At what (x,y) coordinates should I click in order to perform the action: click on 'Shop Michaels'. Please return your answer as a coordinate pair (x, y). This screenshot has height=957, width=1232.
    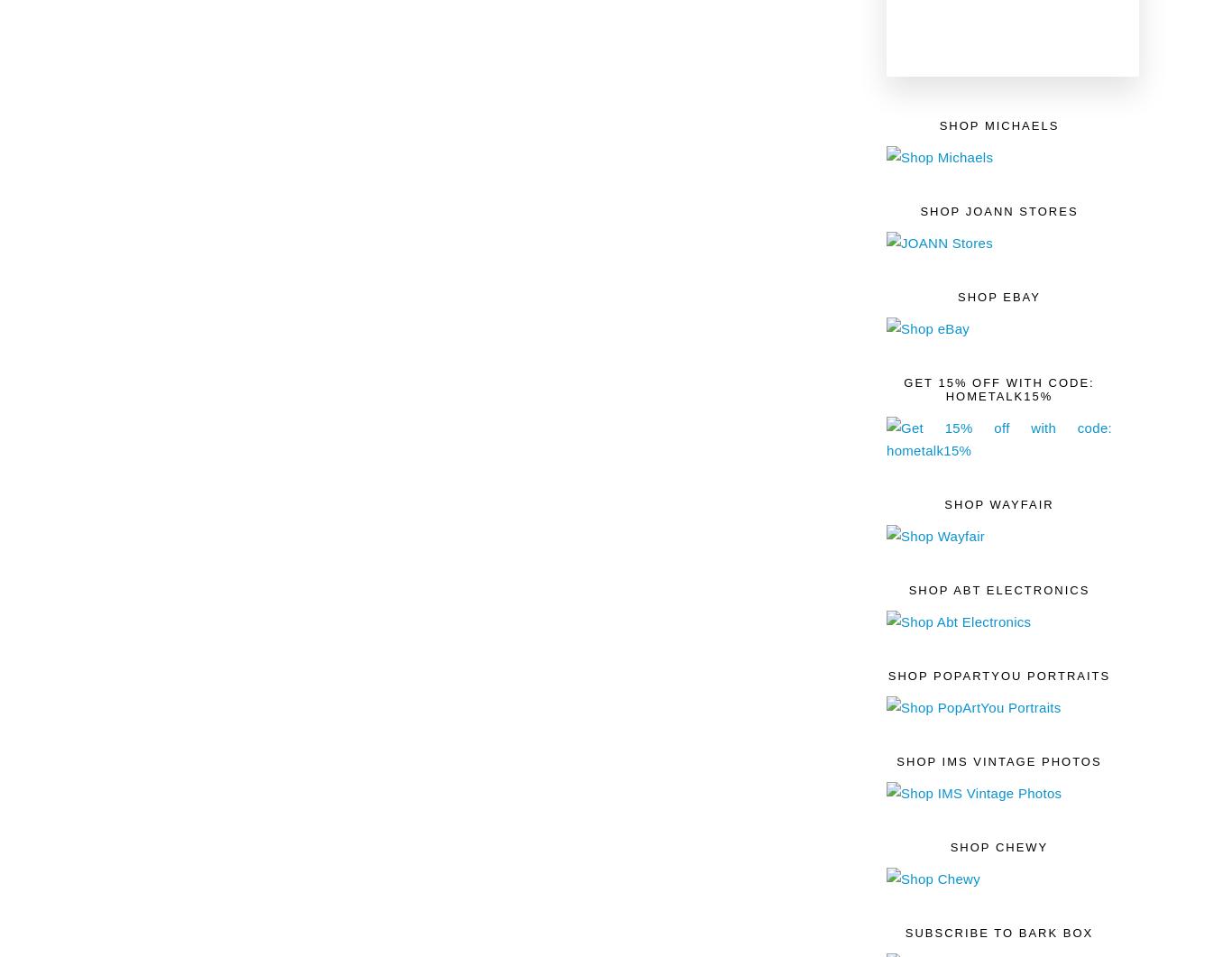
    Looking at the image, I should click on (998, 124).